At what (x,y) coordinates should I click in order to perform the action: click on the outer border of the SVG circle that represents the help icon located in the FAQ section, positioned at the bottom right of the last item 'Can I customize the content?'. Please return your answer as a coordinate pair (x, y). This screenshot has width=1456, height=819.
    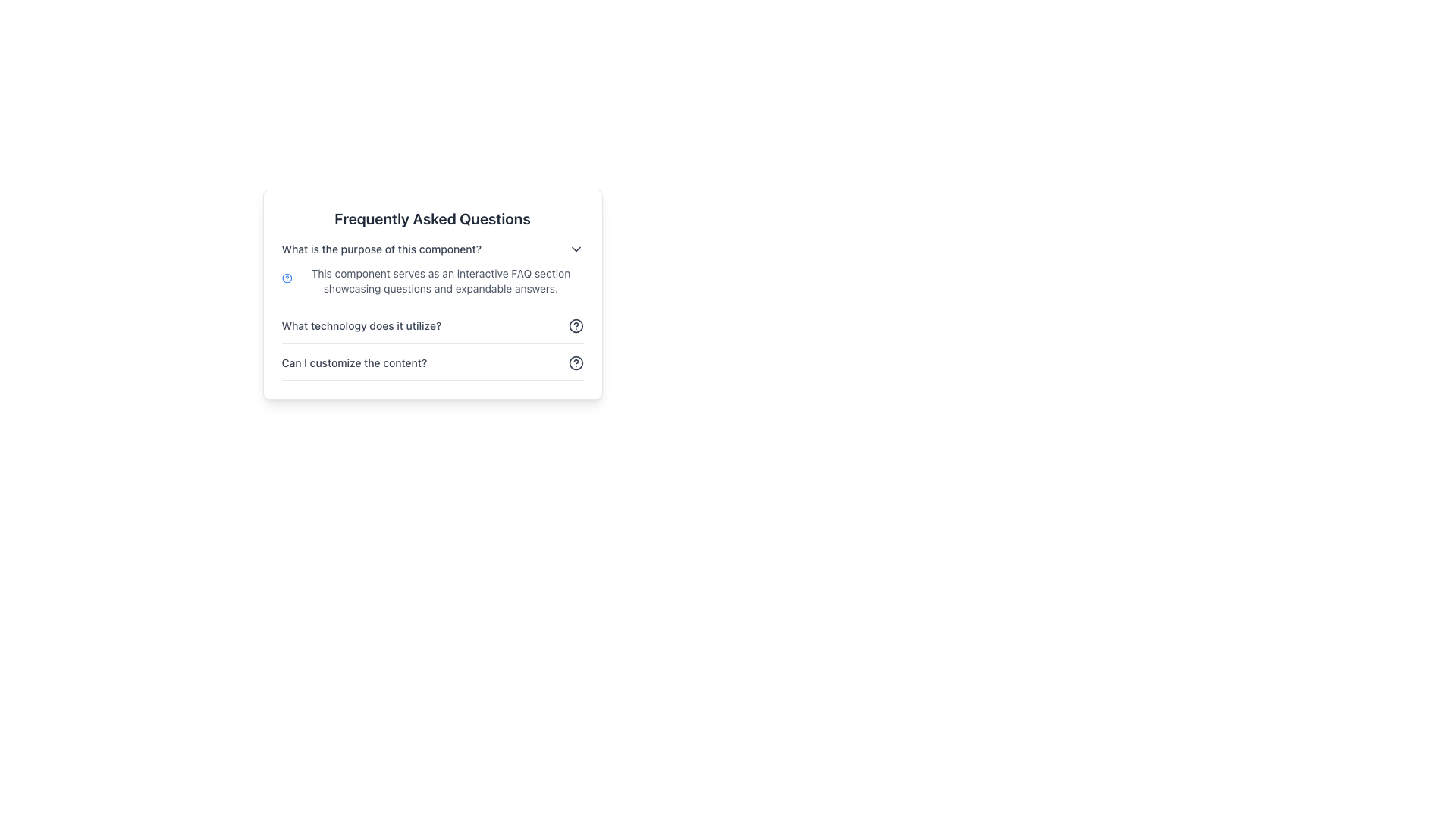
    Looking at the image, I should click on (575, 362).